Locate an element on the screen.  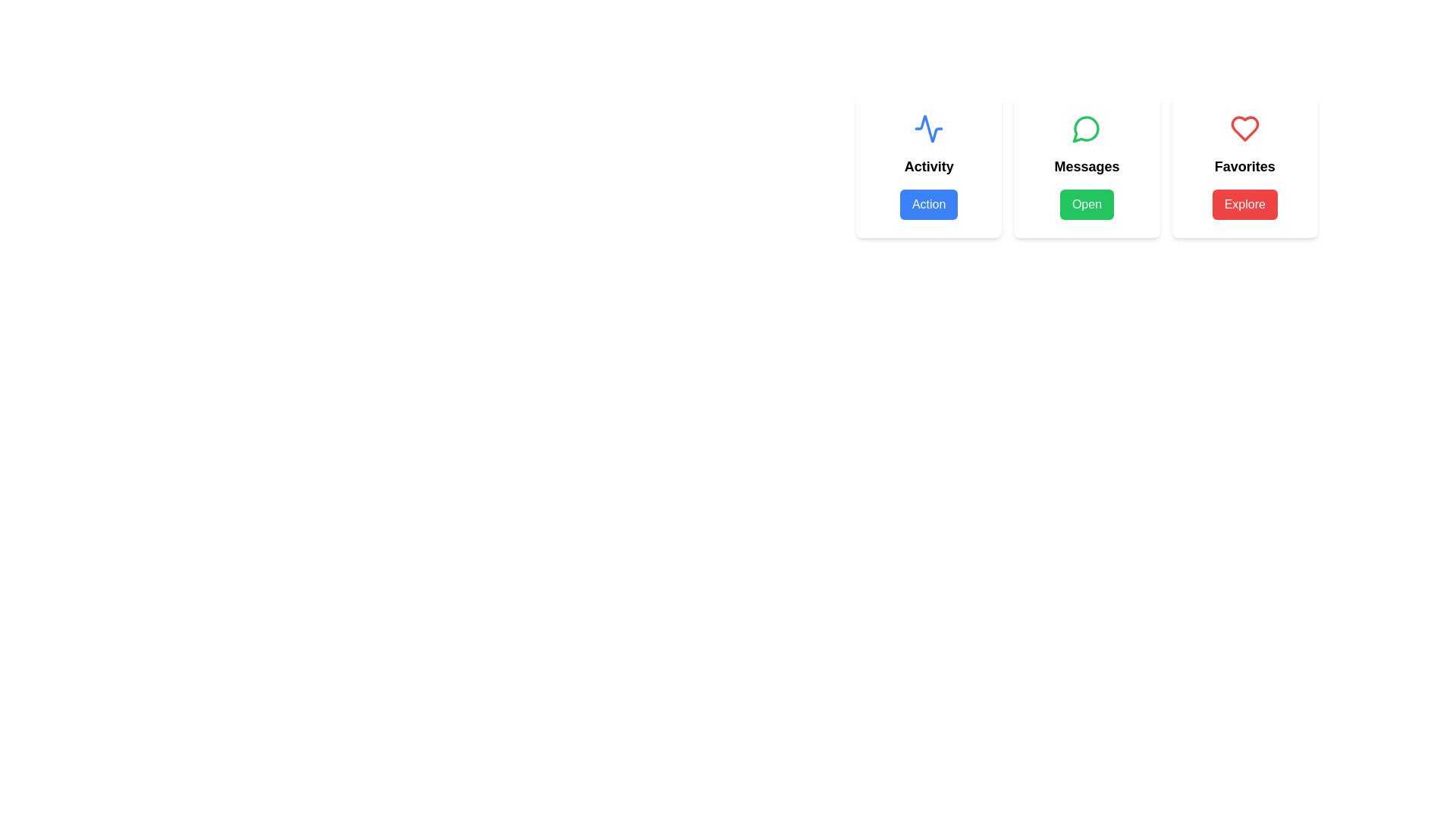
the heart icon in the 'Favorites' panel, which signifies the 'Favorites' section and is located at the top-center of the panel above the text 'Explore' is located at coordinates (1244, 127).